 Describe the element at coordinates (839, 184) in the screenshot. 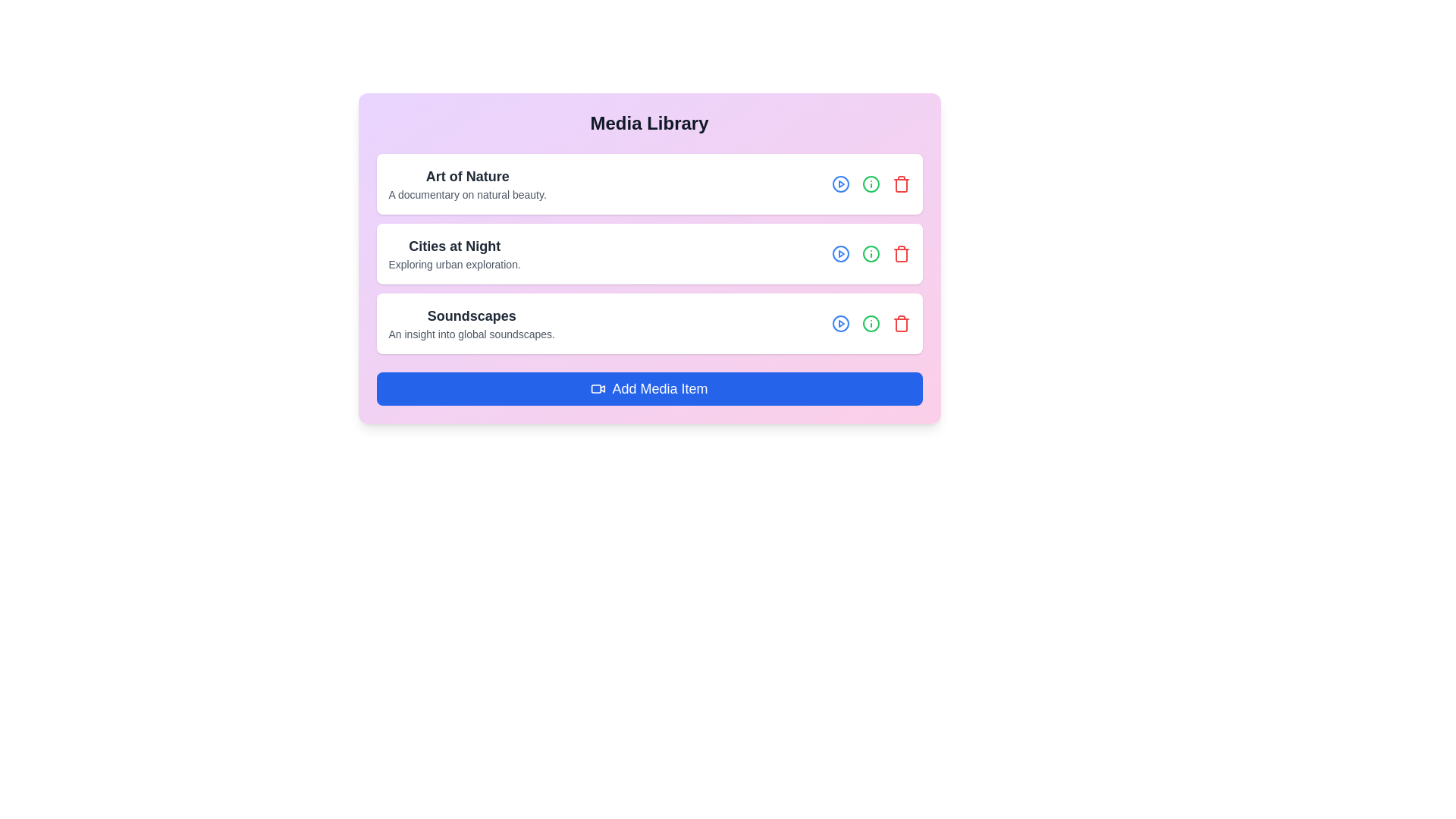

I see `the play icon for the media item titled 'Art of Nature'` at that location.